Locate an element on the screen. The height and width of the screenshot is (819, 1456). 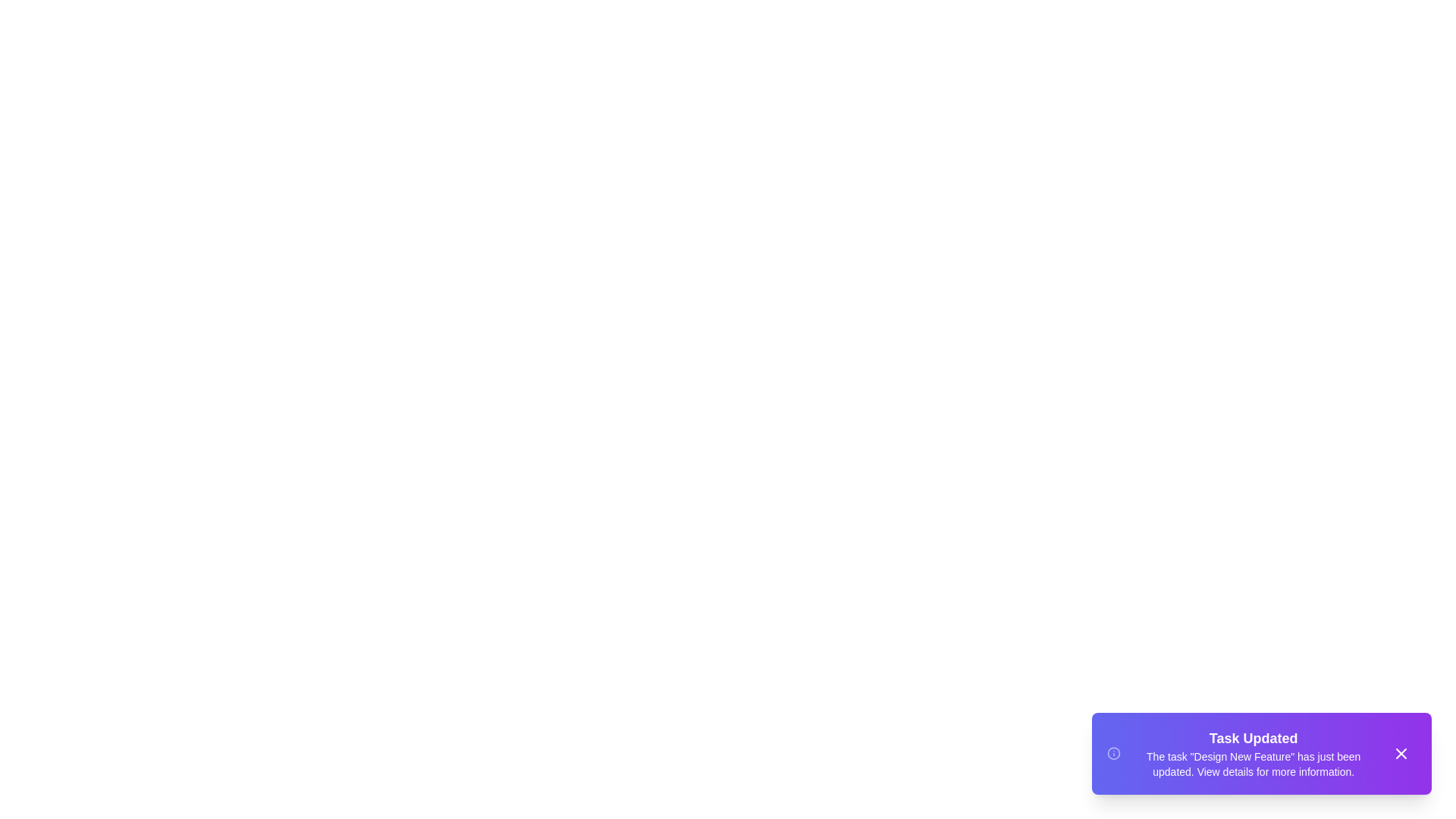
the informational icon to trigger its action is located at coordinates (1113, 754).